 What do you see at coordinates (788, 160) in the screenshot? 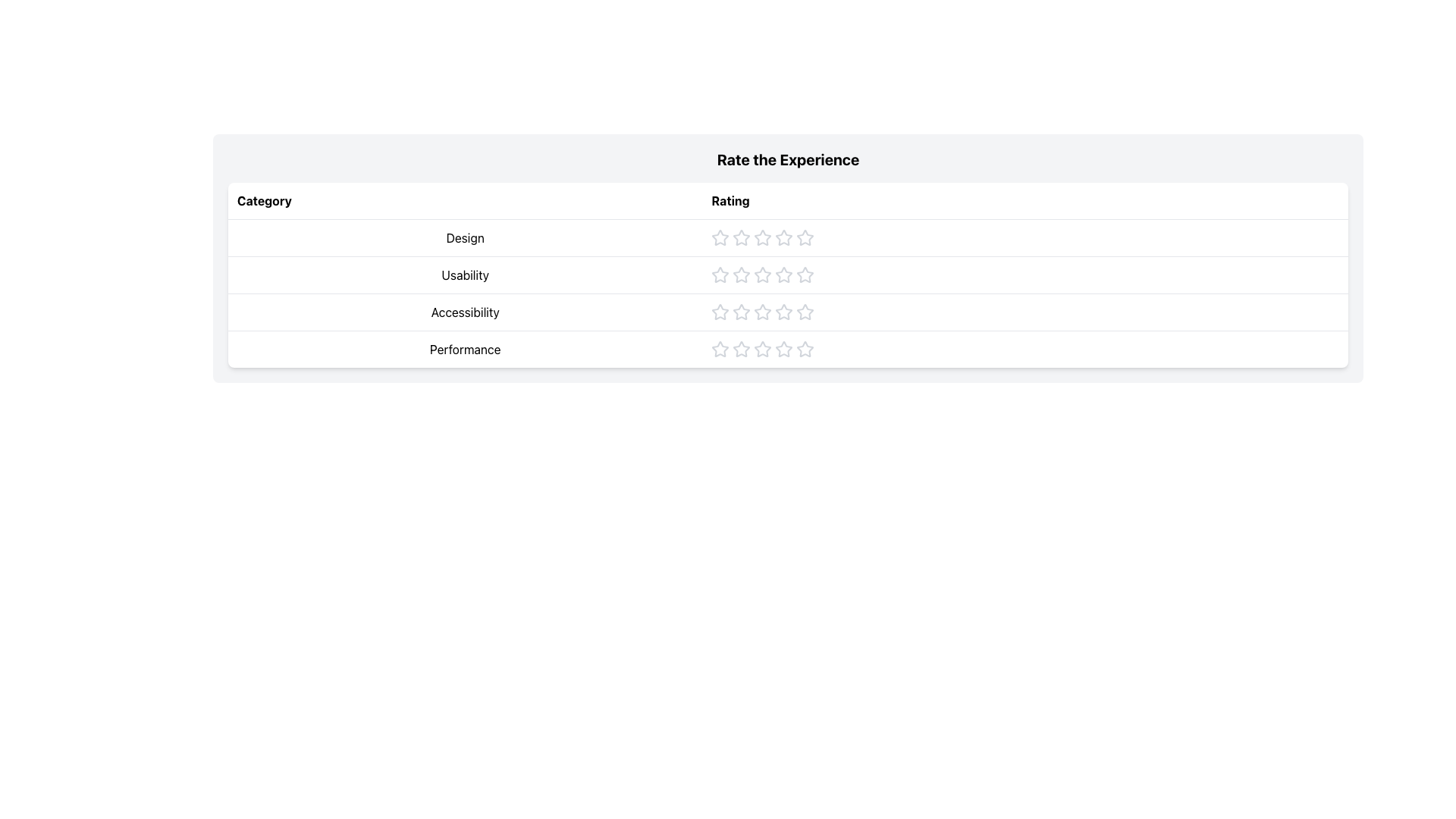
I see `bold header text 'Rate the Experience' located at the top of its section, above a structured table-like component` at bounding box center [788, 160].